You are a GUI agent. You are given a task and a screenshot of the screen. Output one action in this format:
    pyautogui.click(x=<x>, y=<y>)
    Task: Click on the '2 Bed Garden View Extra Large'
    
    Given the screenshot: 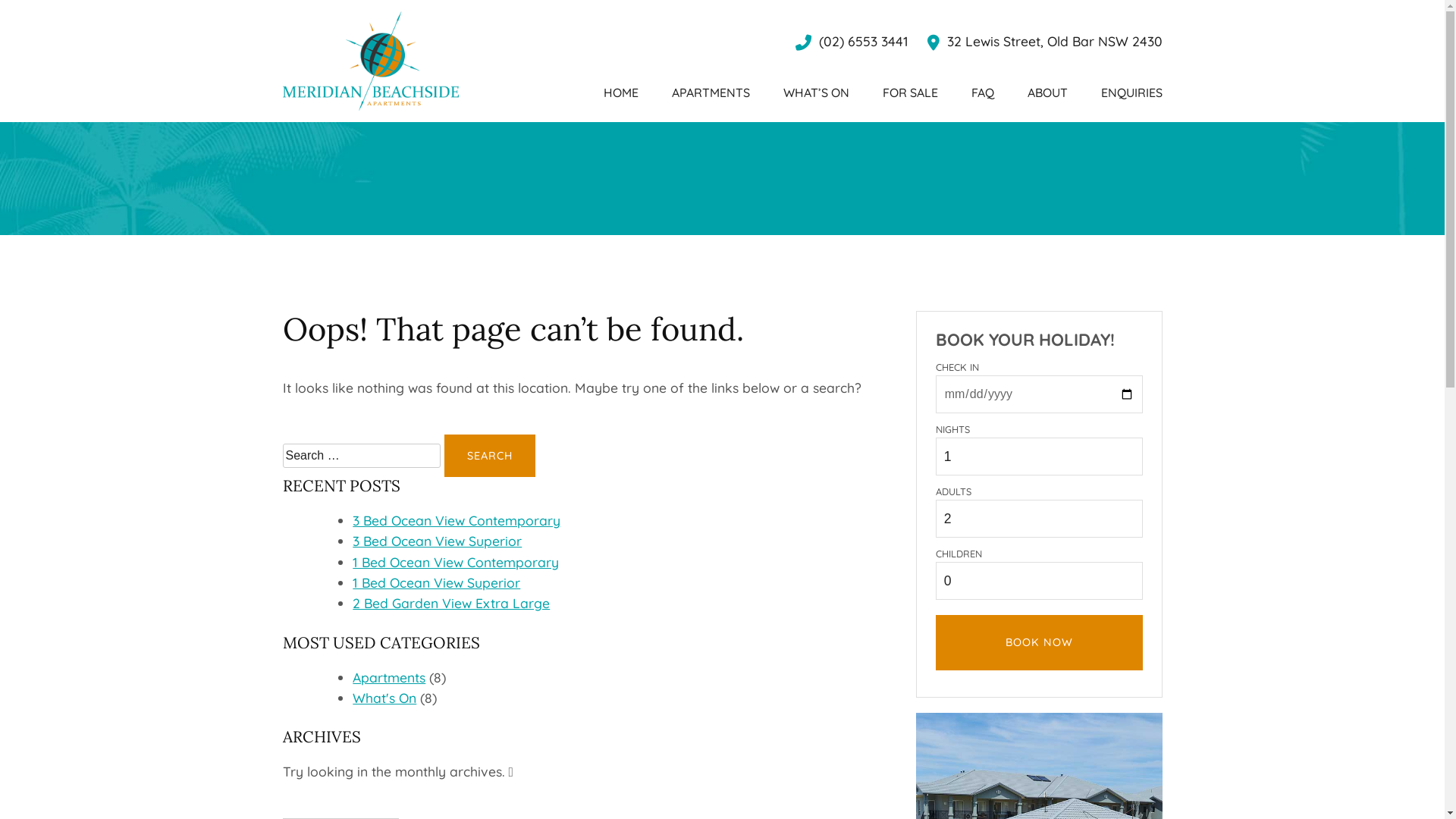 What is the action you would take?
    pyautogui.click(x=352, y=601)
    